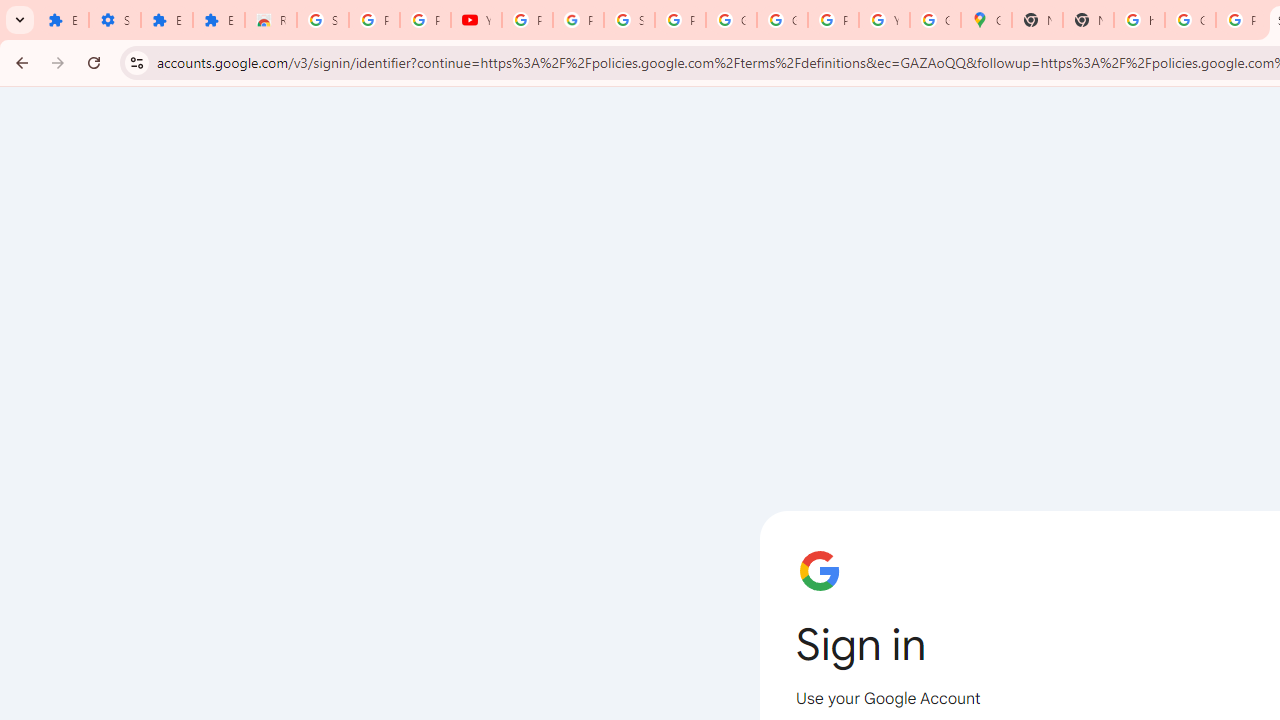 The height and width of the screenshot is (720, 1280). What do you see at coordinates (113, 20) in the screenshot?
I see `'Settings'` at bounding box center [113, 20].